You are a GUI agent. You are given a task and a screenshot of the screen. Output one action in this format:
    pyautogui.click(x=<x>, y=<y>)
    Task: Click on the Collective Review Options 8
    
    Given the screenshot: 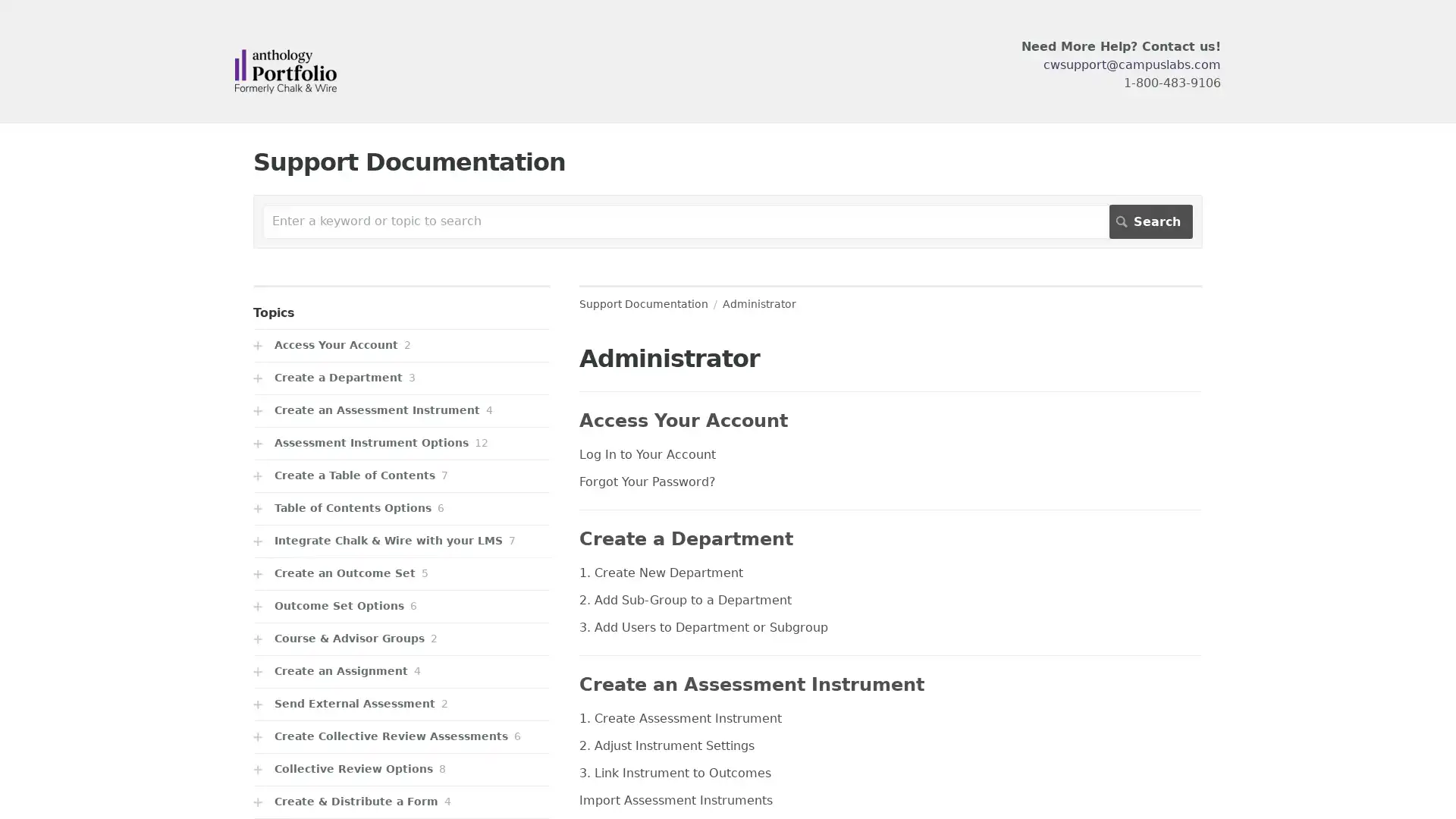 What is the action you would take?
    pyautogui.click(x=401, y=769)
    